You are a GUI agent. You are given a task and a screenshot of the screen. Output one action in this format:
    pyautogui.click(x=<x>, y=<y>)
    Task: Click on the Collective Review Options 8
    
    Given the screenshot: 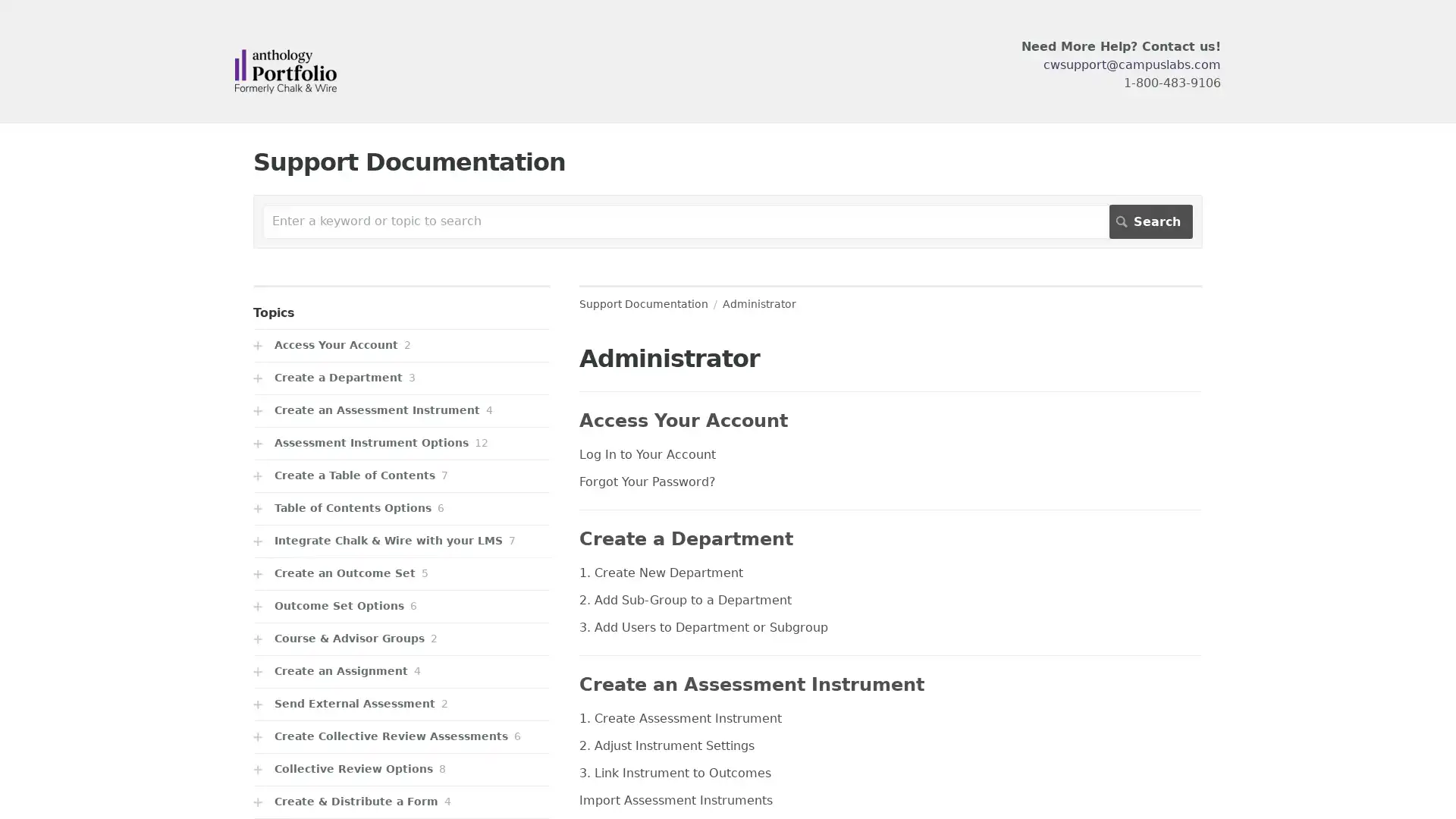 What is the action you would take?
    pyautogui.click(x=401, y=769)
    